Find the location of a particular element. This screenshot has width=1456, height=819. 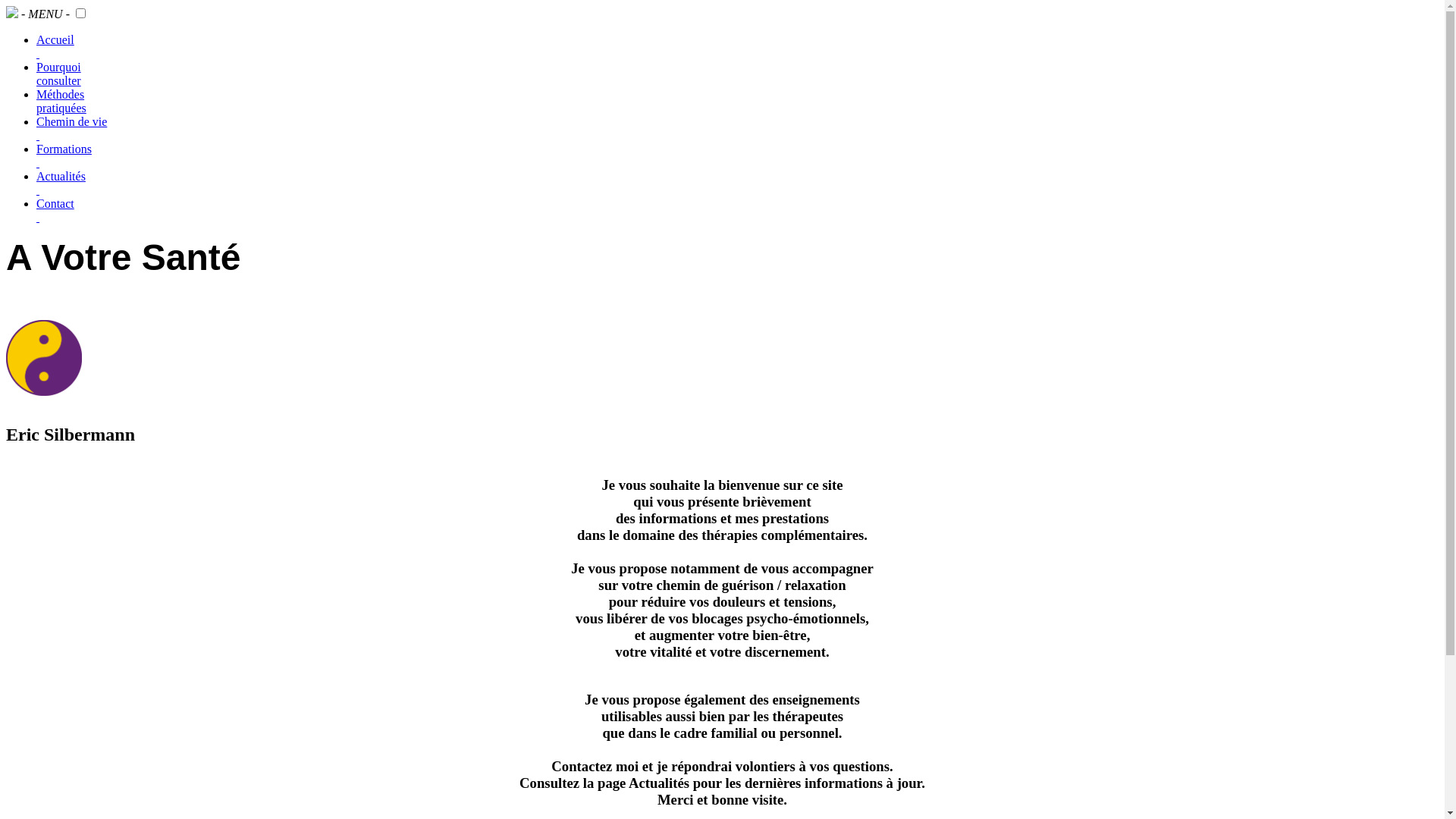

'Chemin de vie is located at coordinates (36, 127).